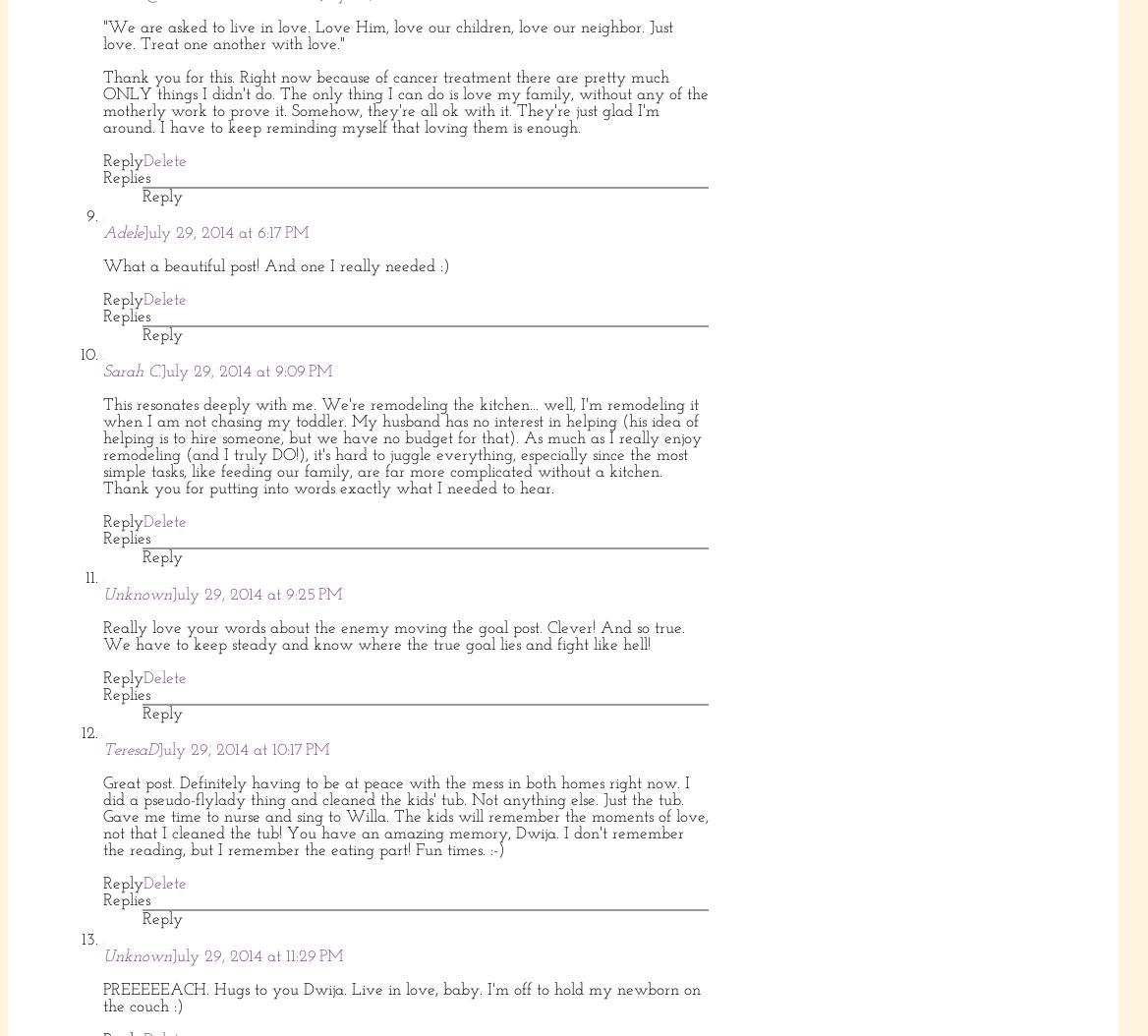 This screenshot has height=1036, width=1148. Describe the element at coordinates (102, 232) in the screenshot. I see `'Adele'` at that location.